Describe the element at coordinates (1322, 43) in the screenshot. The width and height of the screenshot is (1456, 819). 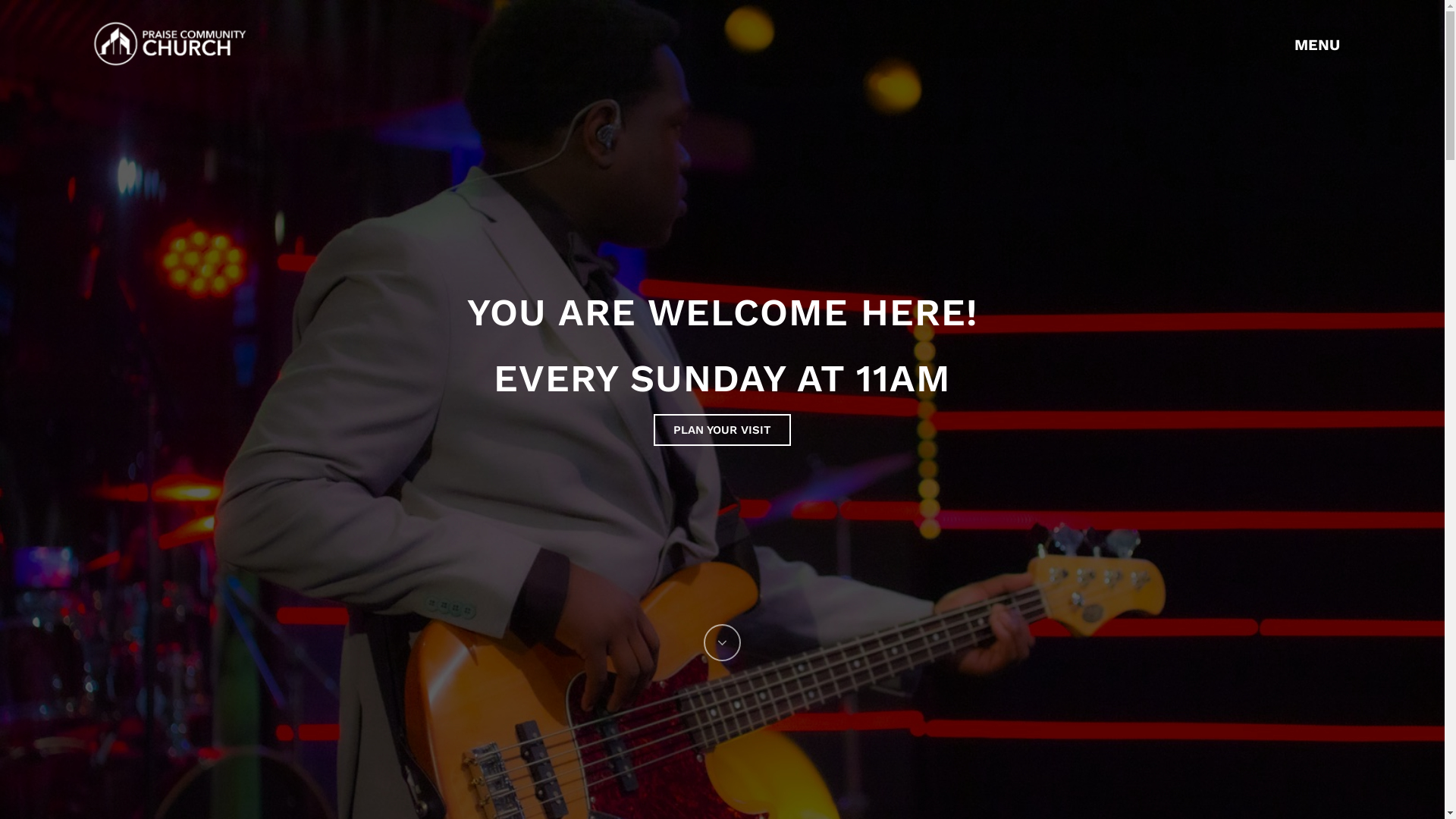
I see `'MENU'` at that location.